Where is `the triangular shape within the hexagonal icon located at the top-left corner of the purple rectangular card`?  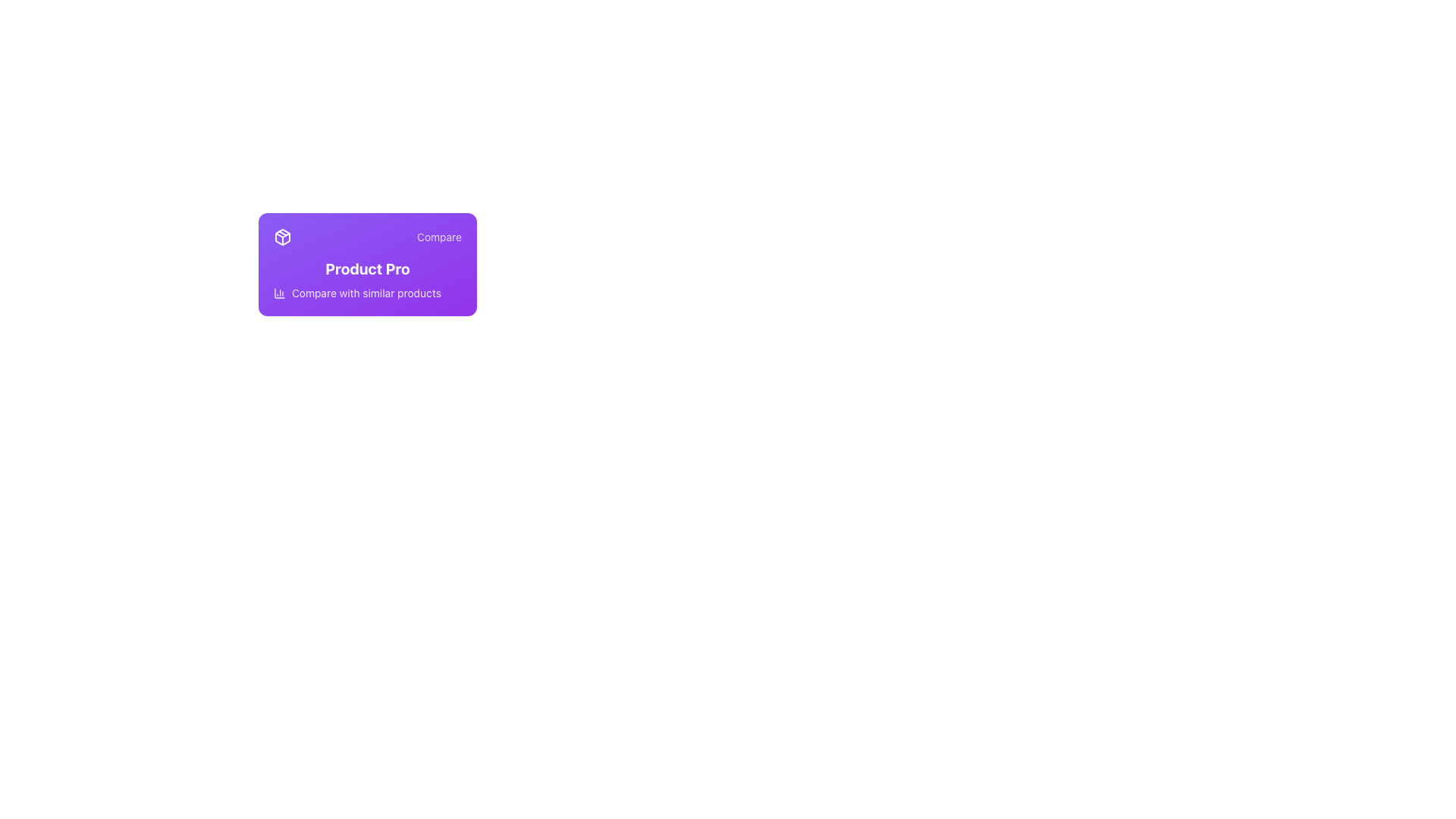
the triangular shape within the hexagonal icon located at the top-left corner of the purple rectangular card is located at coordinates (283, 235).